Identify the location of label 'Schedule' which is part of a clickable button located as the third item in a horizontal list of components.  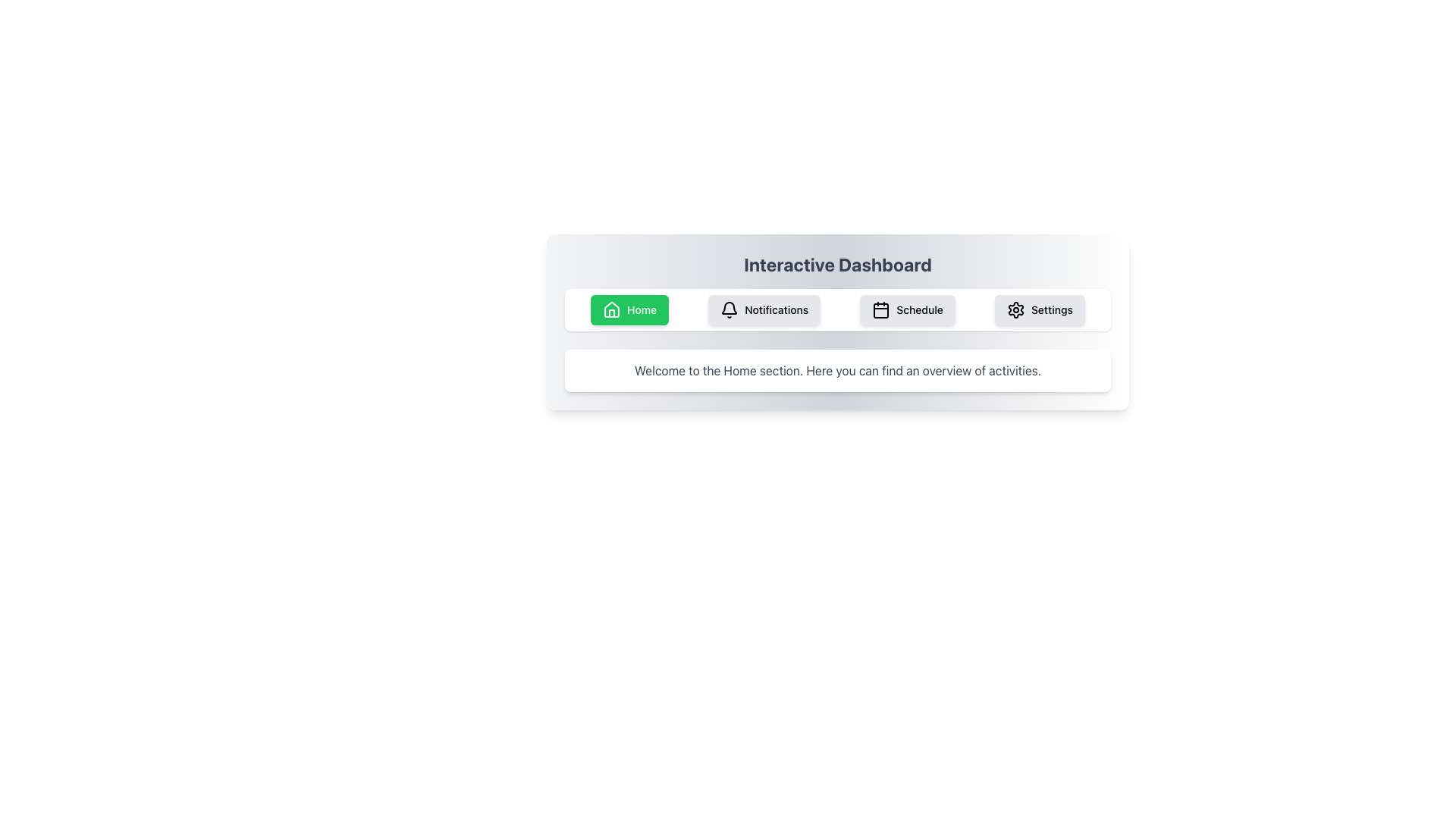
(919, 309).